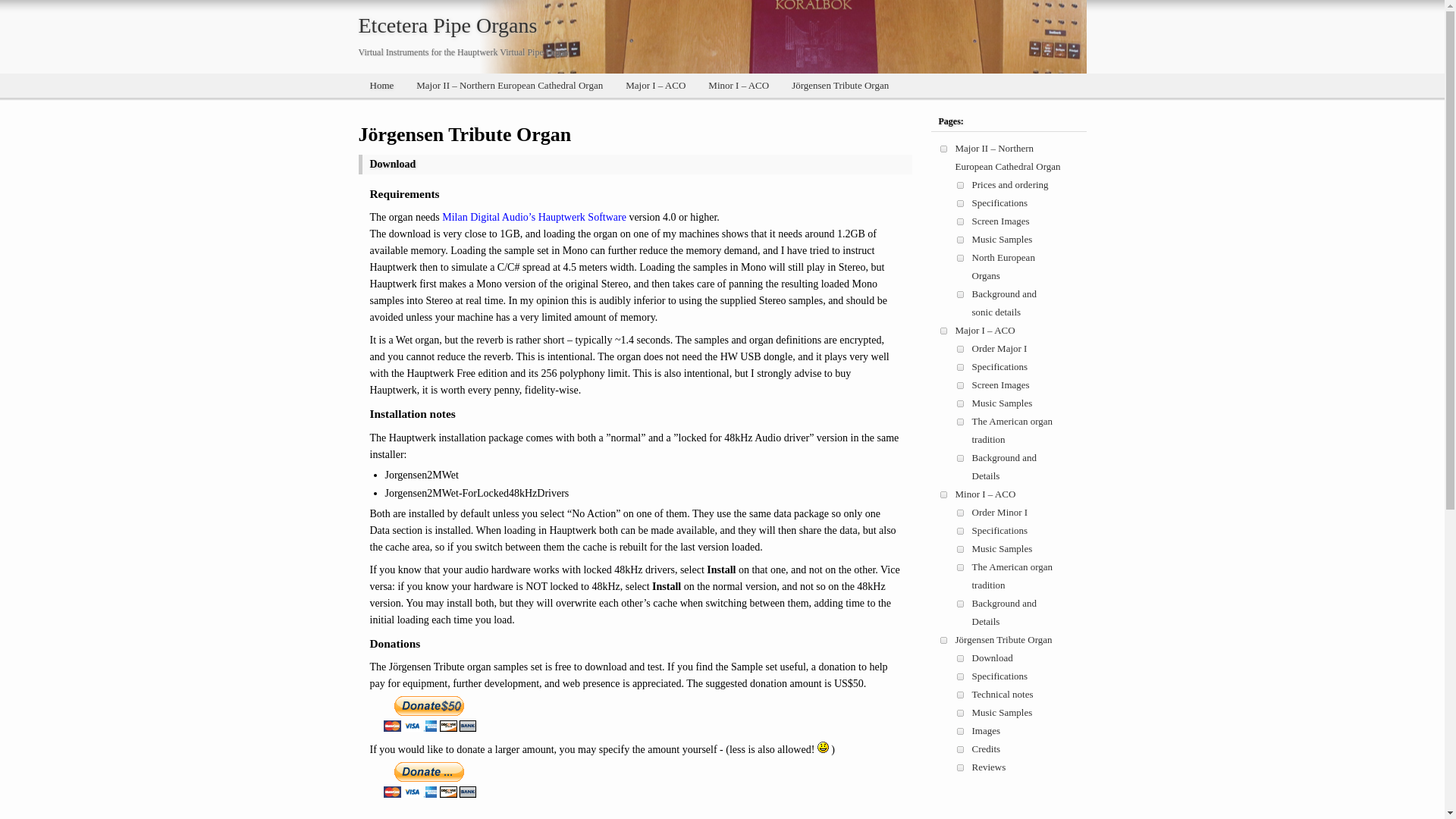 This screenshot has width=1456, height=819. Describe the element at coordinates (971, 239) in the screenshot. I see `'Music Samples'` at that location.